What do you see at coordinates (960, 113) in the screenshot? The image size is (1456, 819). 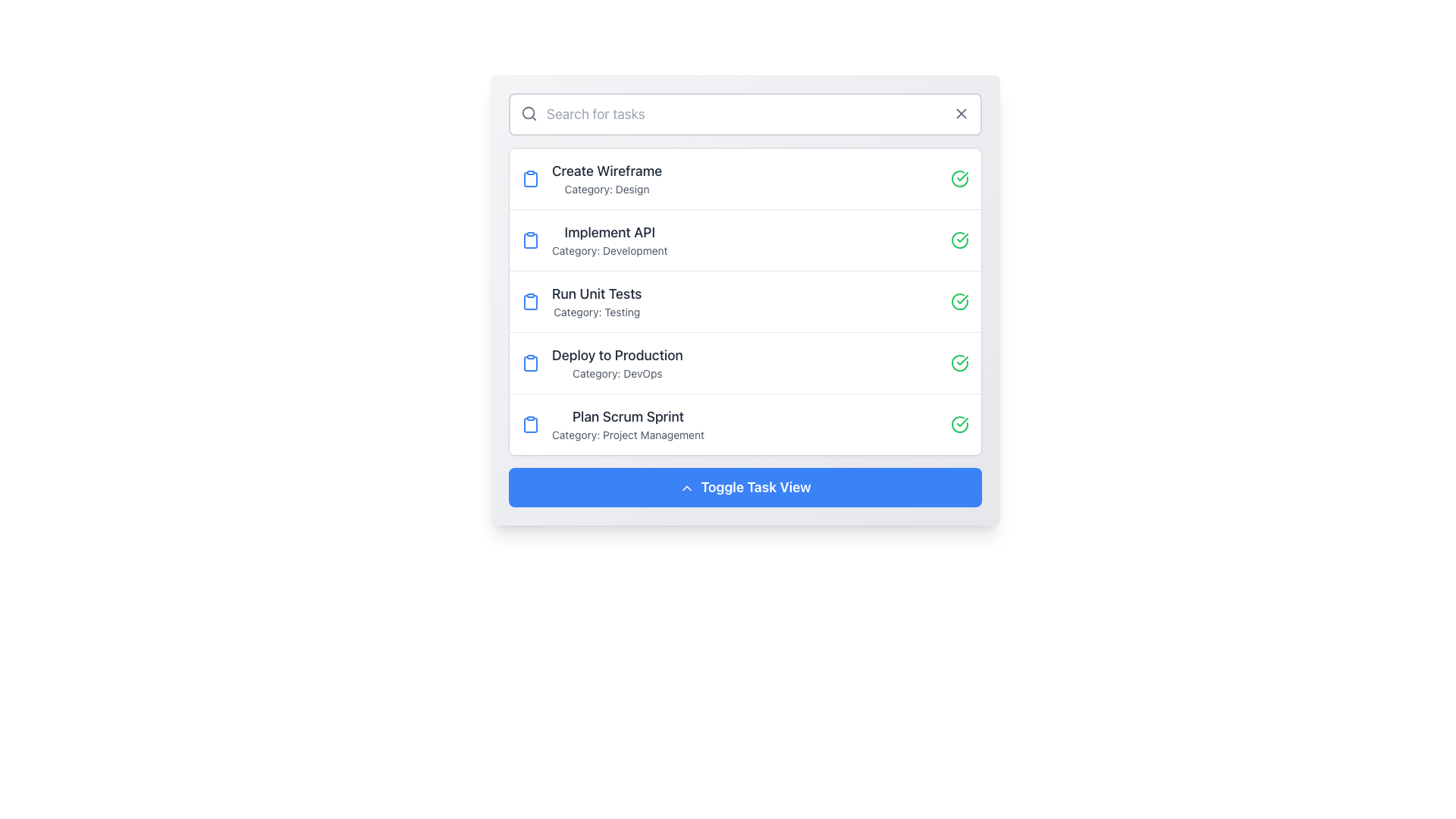 I see `the 'X' icon located in the top-right corner of the search input area to clear the search input` at bounding box center [960, 113].